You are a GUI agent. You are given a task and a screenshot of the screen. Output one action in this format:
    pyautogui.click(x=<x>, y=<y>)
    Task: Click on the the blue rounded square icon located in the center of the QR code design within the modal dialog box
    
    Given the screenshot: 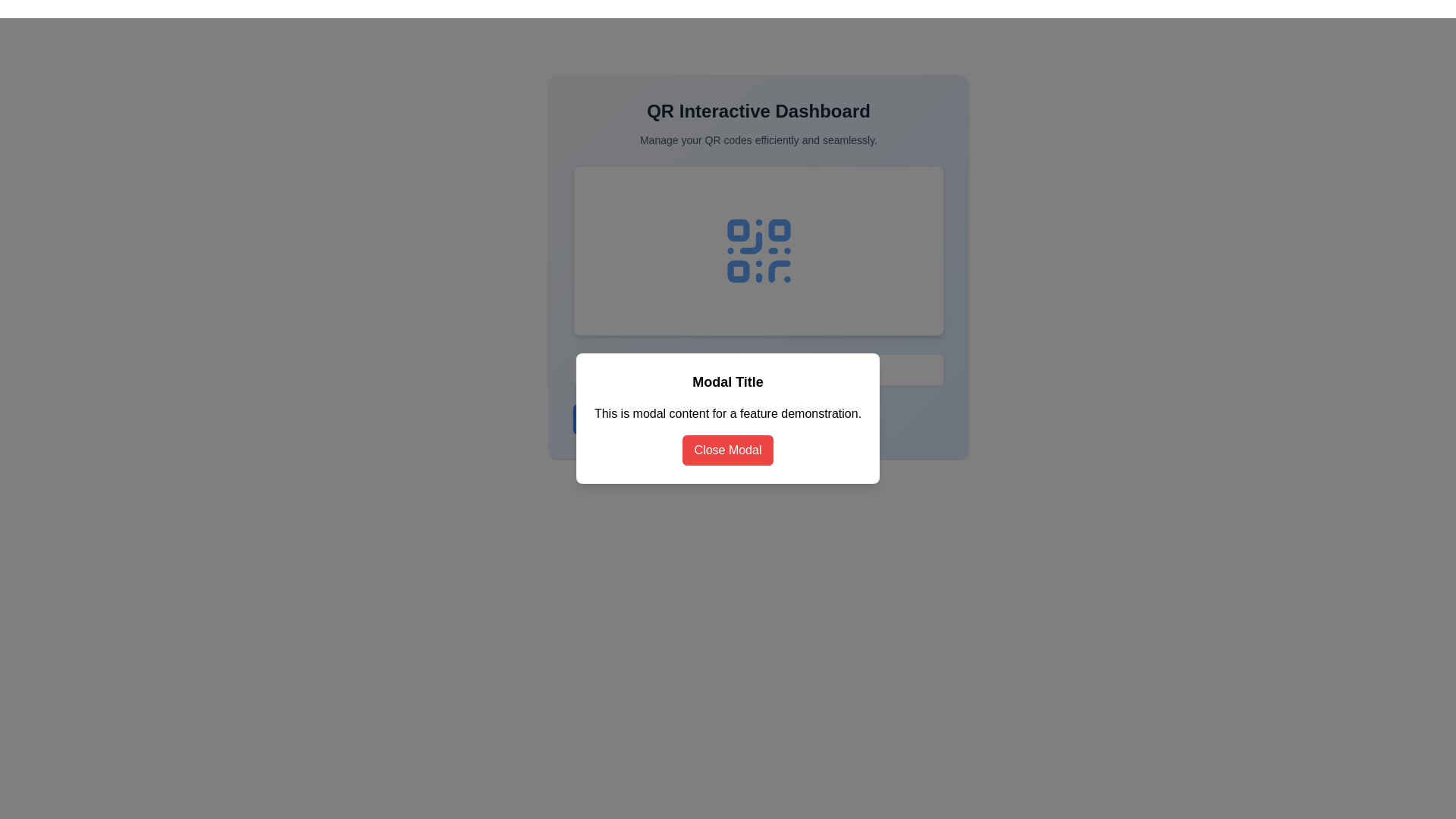 What is the action you would take?
    pyautogui.click(x=738, y=271)
    